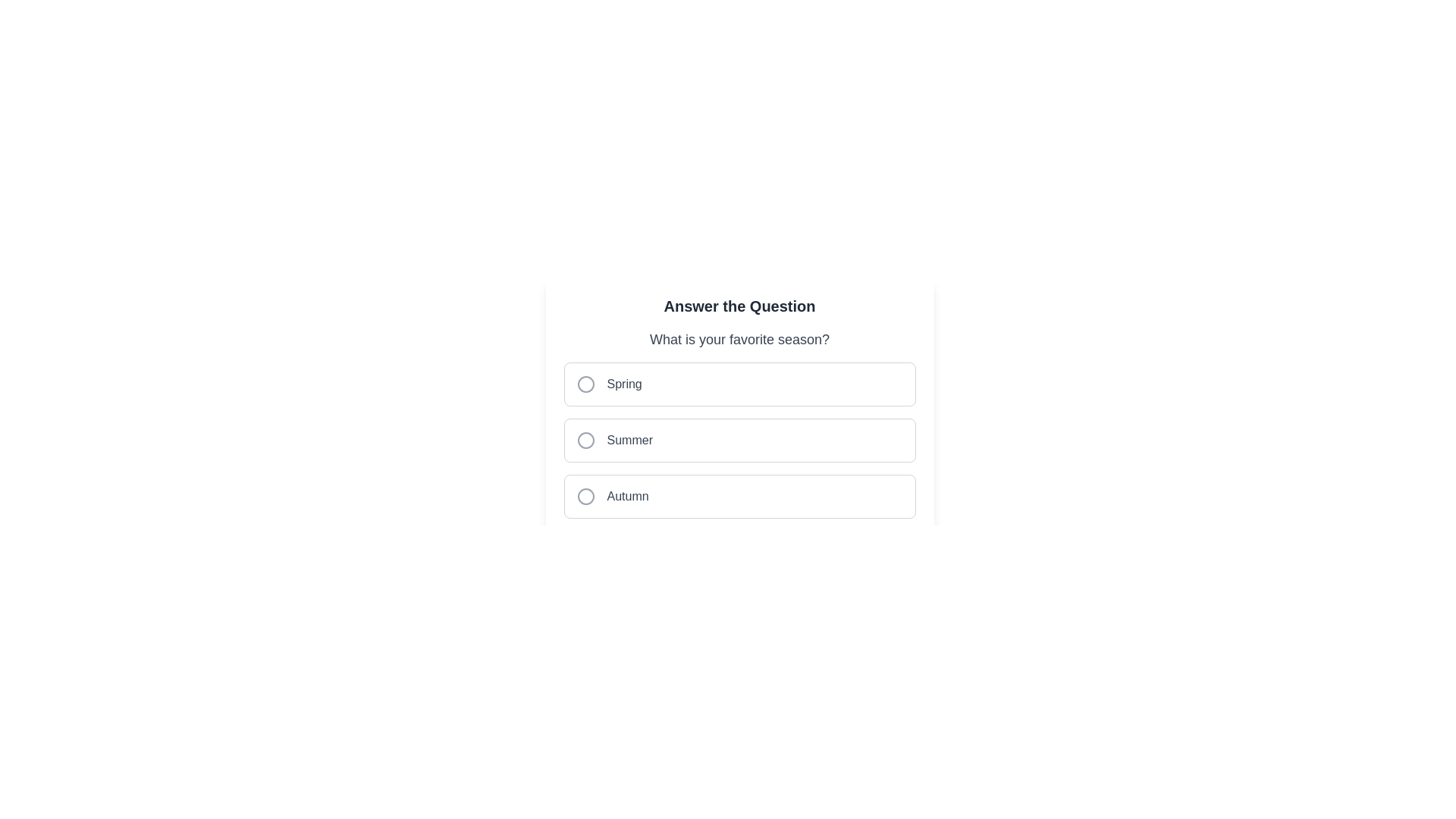 This screenshot has height=819, width=1456. What do you see at coordinates (585, 553) in the screenshot?
I see `the SVG circle element, which serves as a decorative graphic located below the question-answer section related to seasons` at bounding box center [585, 553].